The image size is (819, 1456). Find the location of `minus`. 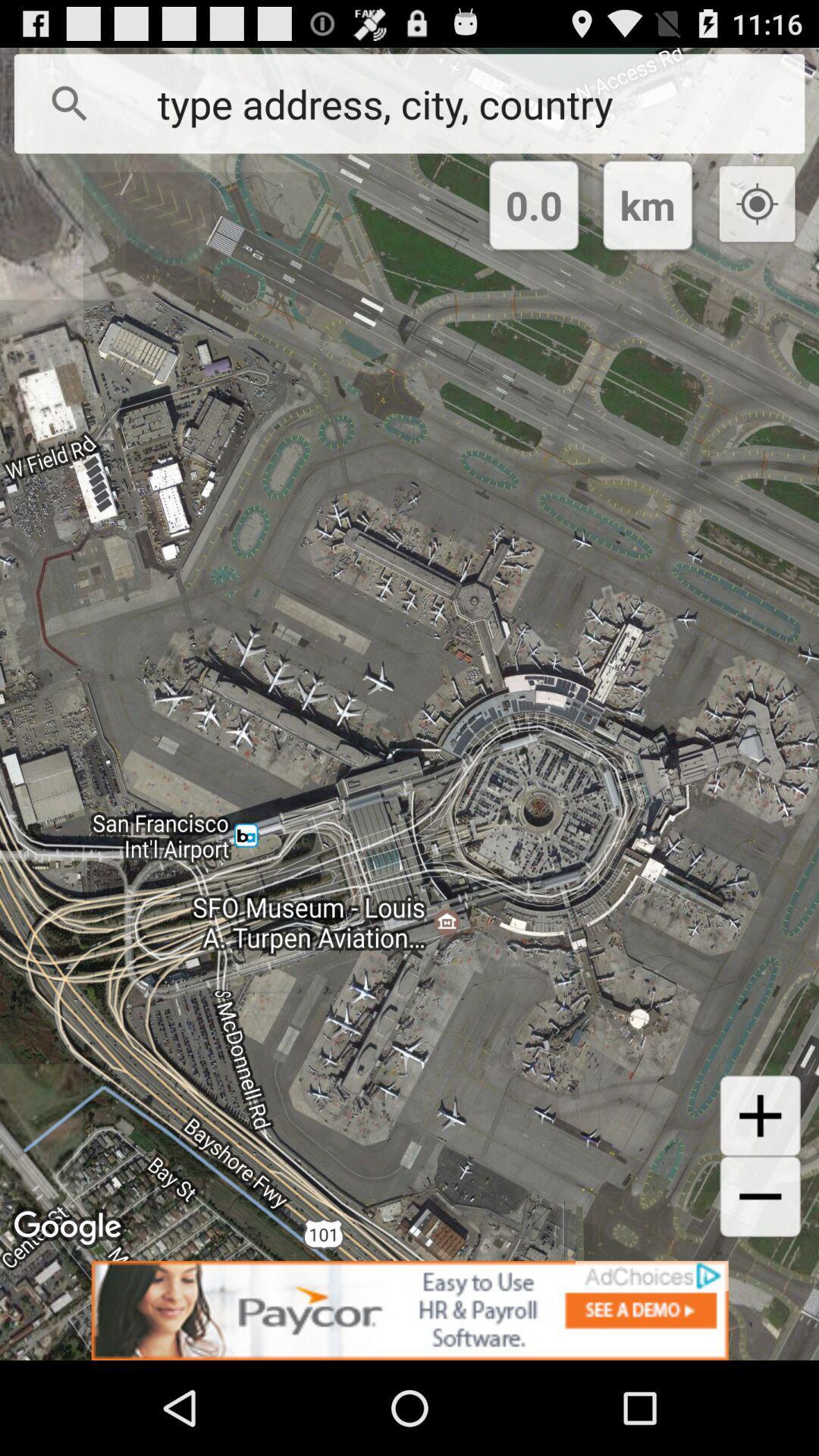

minus is located at coordinates (760, 1196).